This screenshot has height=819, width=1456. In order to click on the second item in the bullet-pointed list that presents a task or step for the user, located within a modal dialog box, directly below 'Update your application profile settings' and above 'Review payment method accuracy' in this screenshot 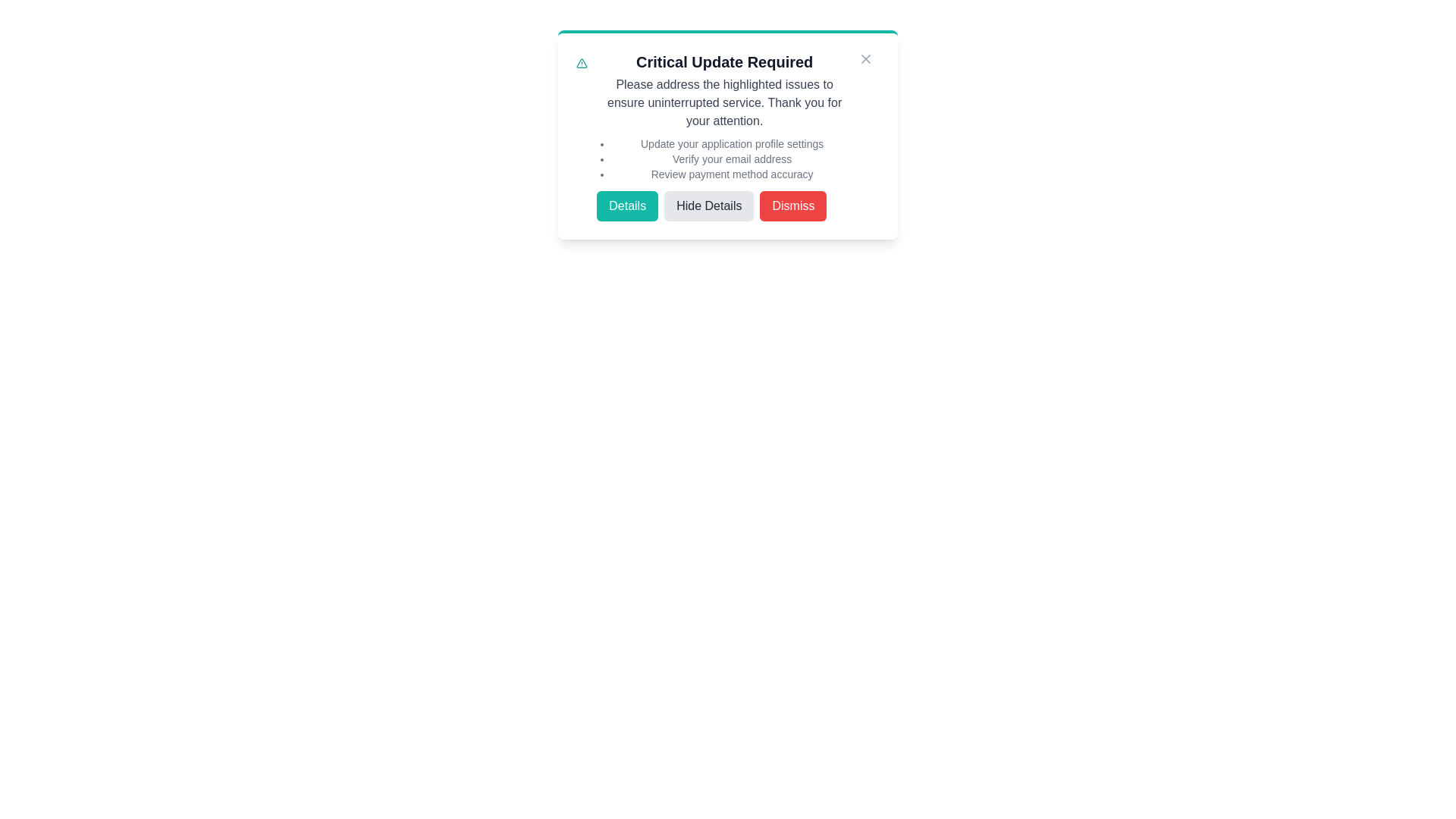, I will do `click(732, 158)`.